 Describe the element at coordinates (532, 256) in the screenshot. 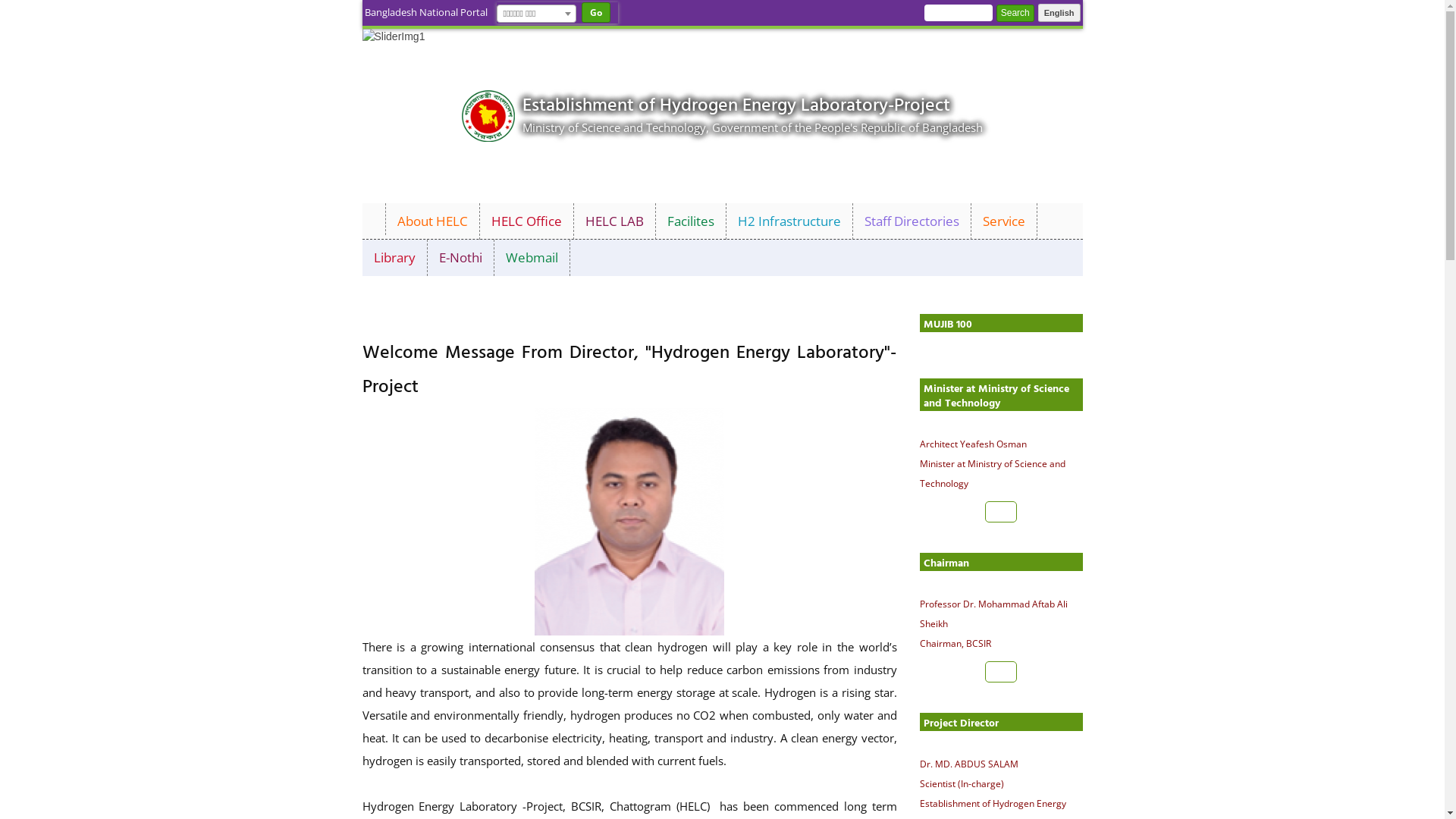

I see `'Webmail'` at that location.